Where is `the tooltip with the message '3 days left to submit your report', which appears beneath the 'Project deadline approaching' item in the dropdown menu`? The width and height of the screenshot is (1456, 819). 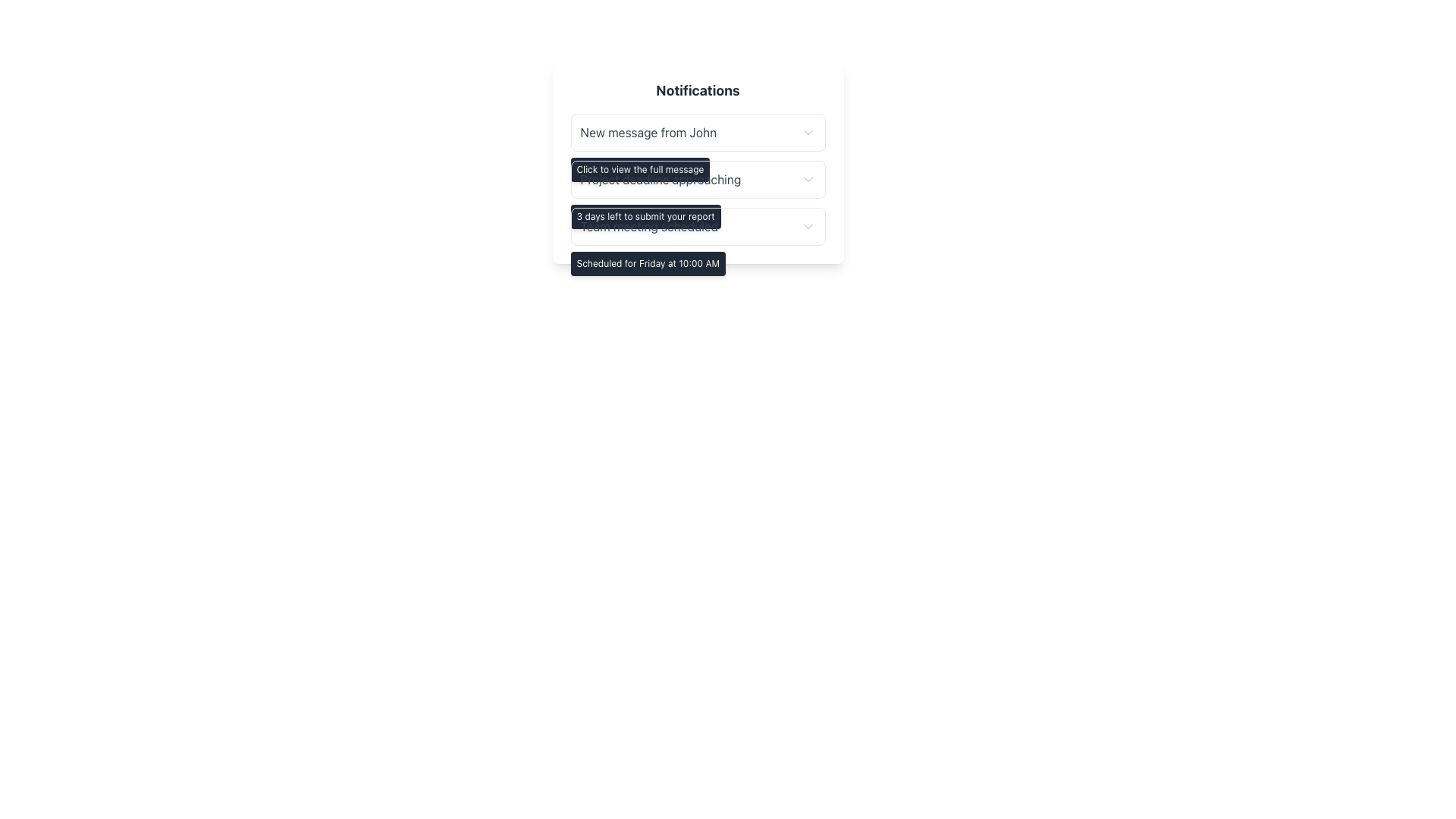 the tooltip with the message '3 days left to submit your report', which appears beneath the 'Project deadline approaching' item in the dropdown menu is located at coordinates (645, 216).